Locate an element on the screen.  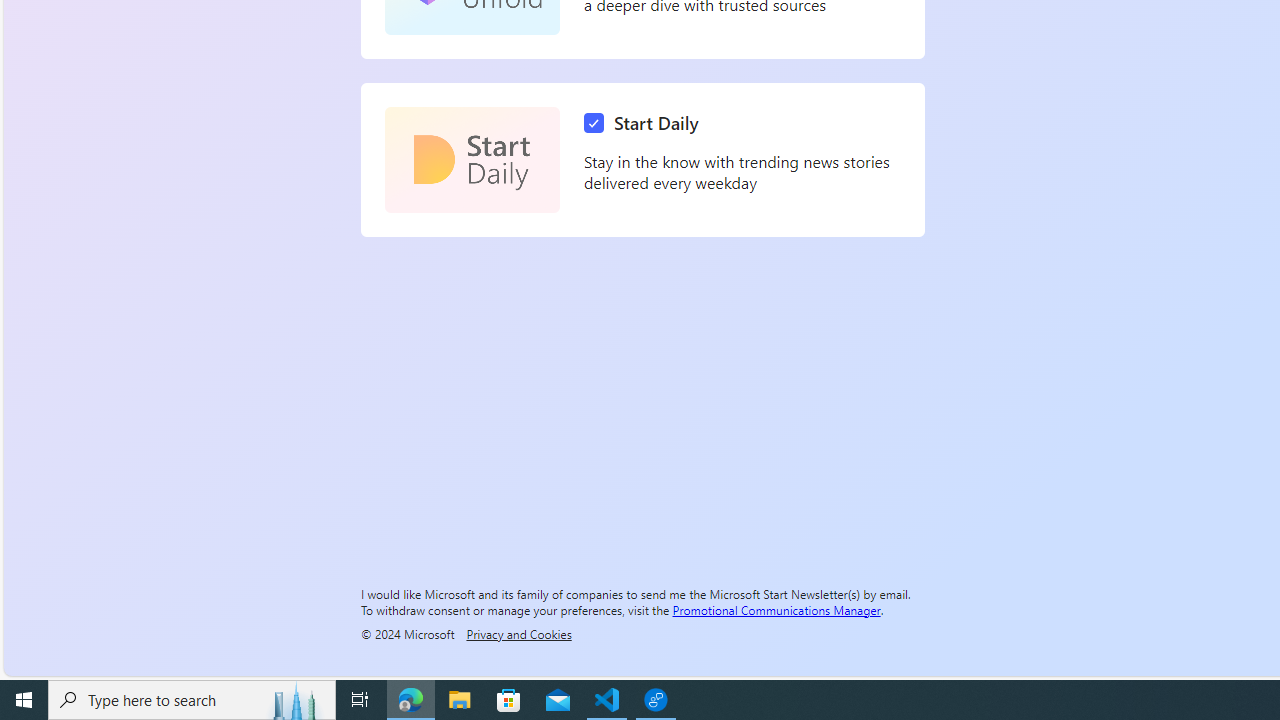
'Promotional Communications Manager' is located at coordinates (775, 608).